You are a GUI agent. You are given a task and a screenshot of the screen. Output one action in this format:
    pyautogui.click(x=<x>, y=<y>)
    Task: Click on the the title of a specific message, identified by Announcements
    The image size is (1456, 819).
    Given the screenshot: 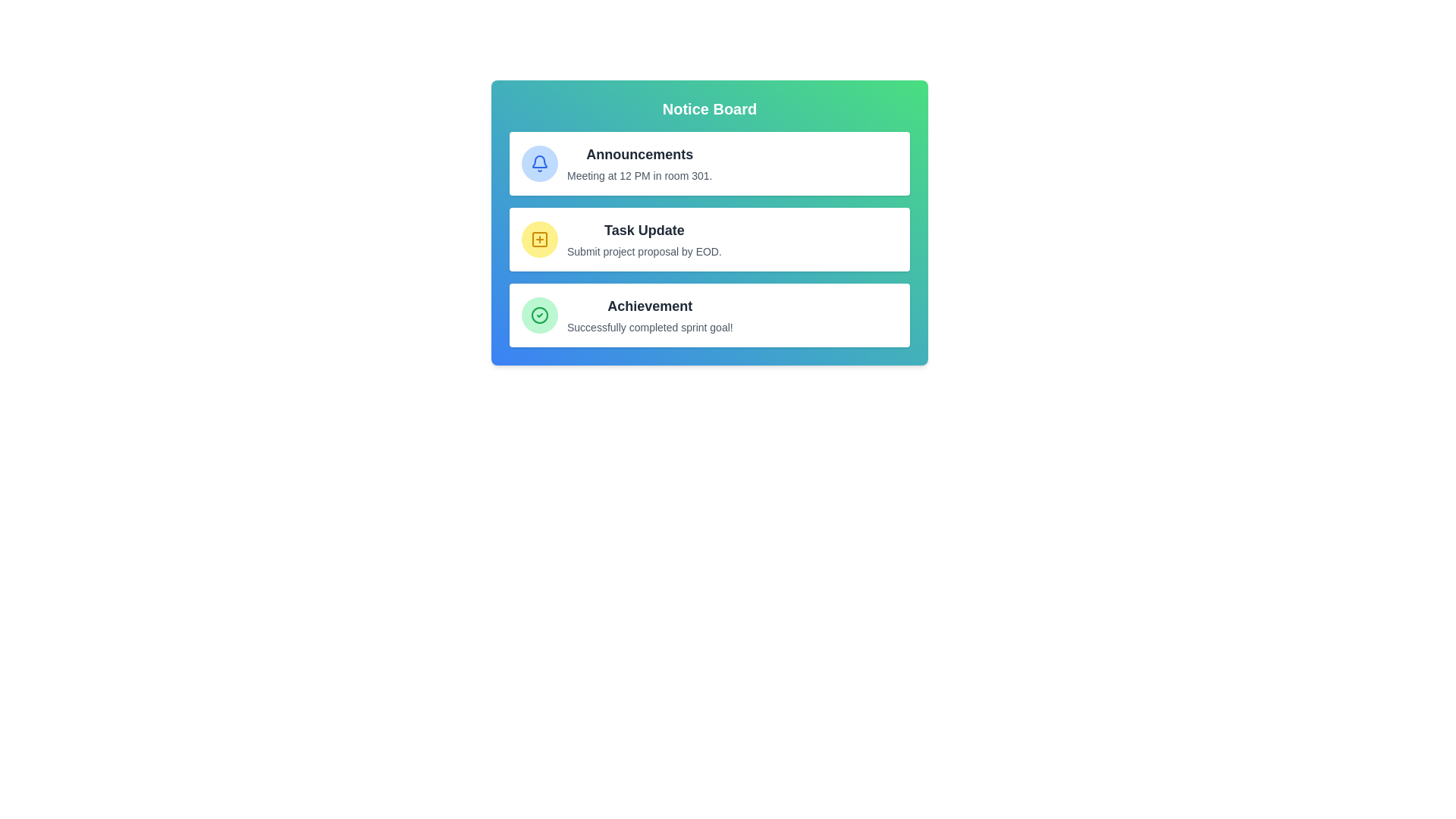 What is the action you would take?
    pyautogui.click(x=639, y=155)
    